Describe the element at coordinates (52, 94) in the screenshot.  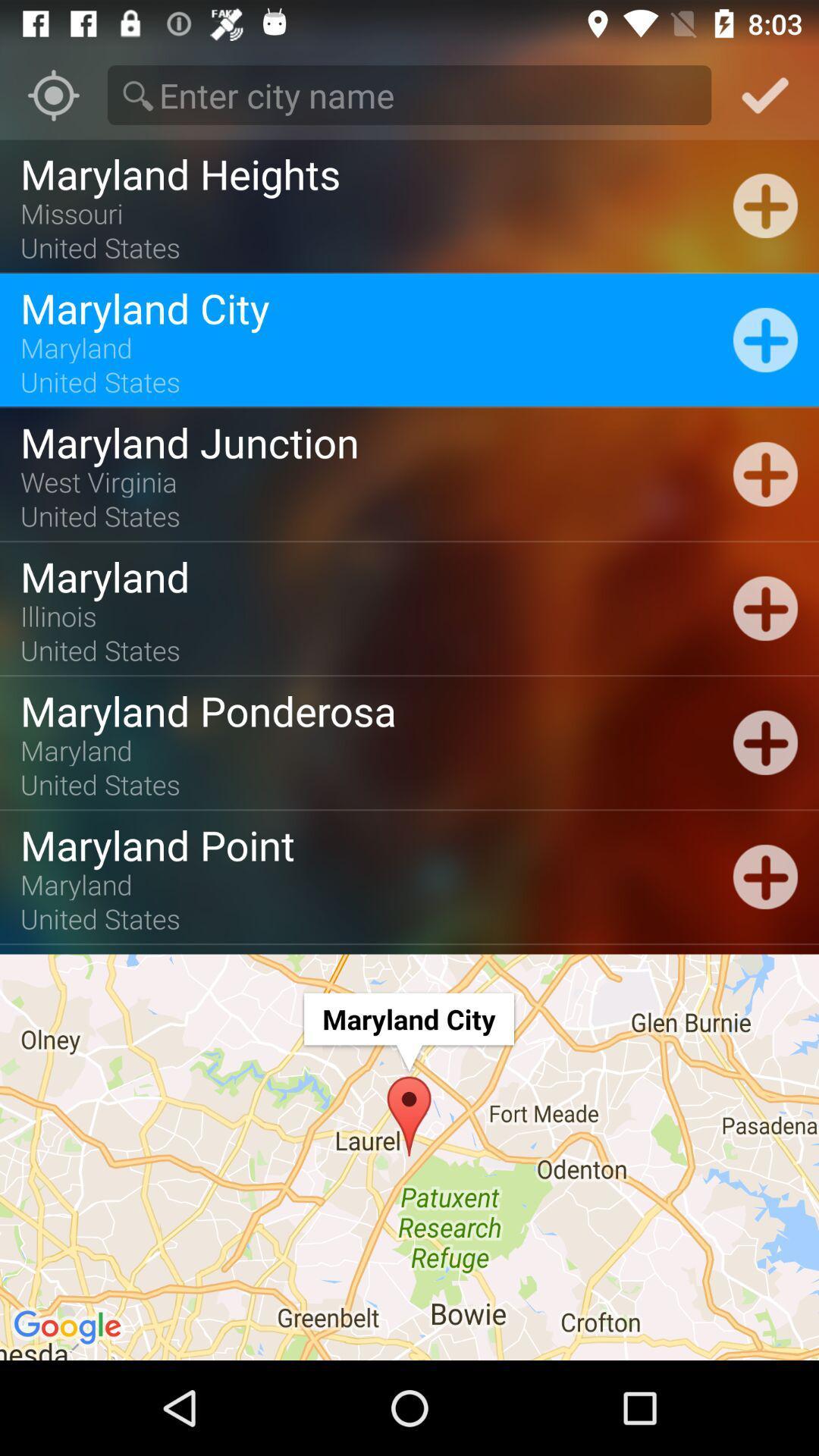
I see `the location_crosshair icon` at that location.